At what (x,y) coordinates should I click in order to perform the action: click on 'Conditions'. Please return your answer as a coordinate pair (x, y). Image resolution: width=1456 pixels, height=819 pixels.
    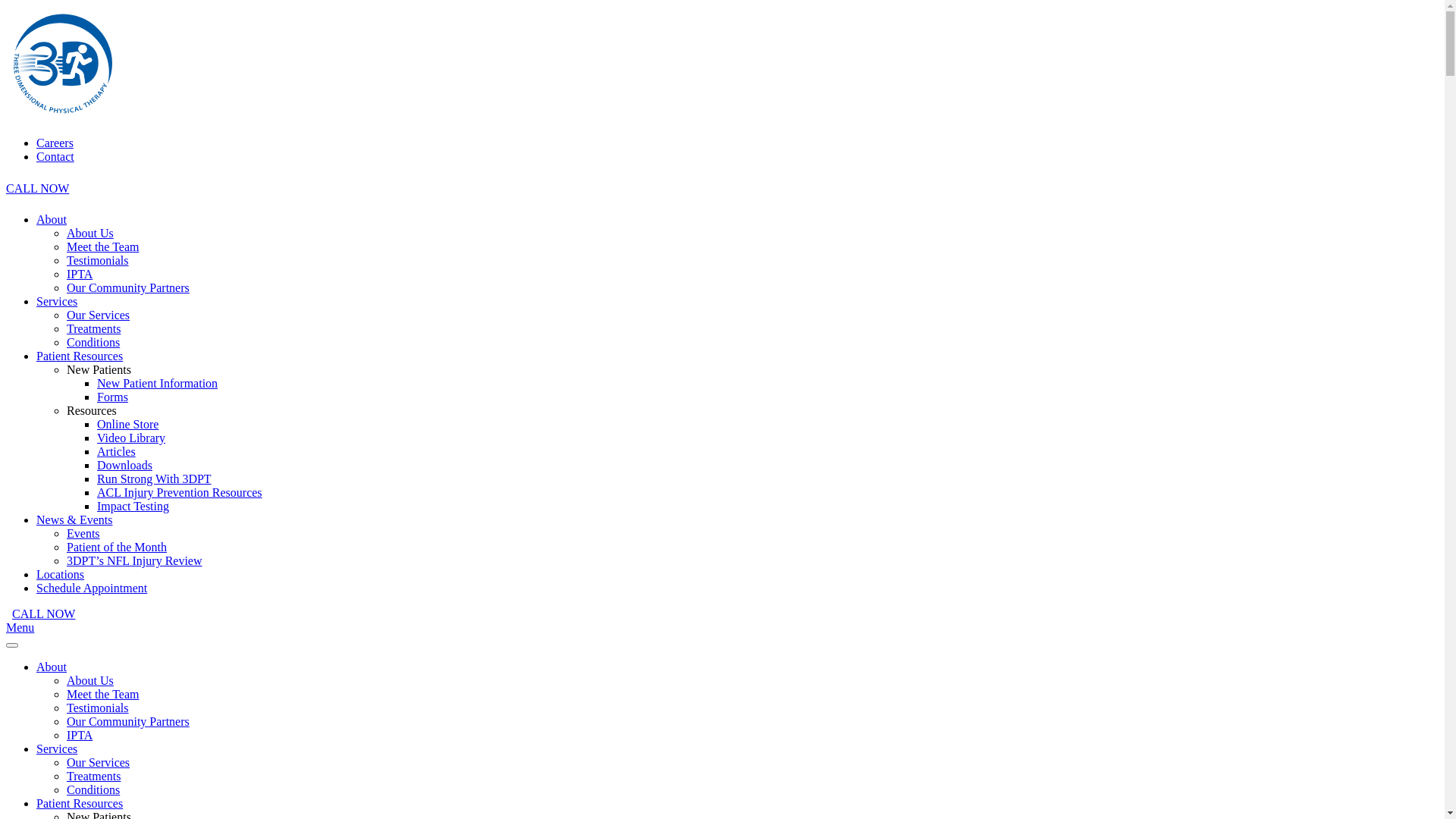
    Looking at the image, I should click on (93, 789).